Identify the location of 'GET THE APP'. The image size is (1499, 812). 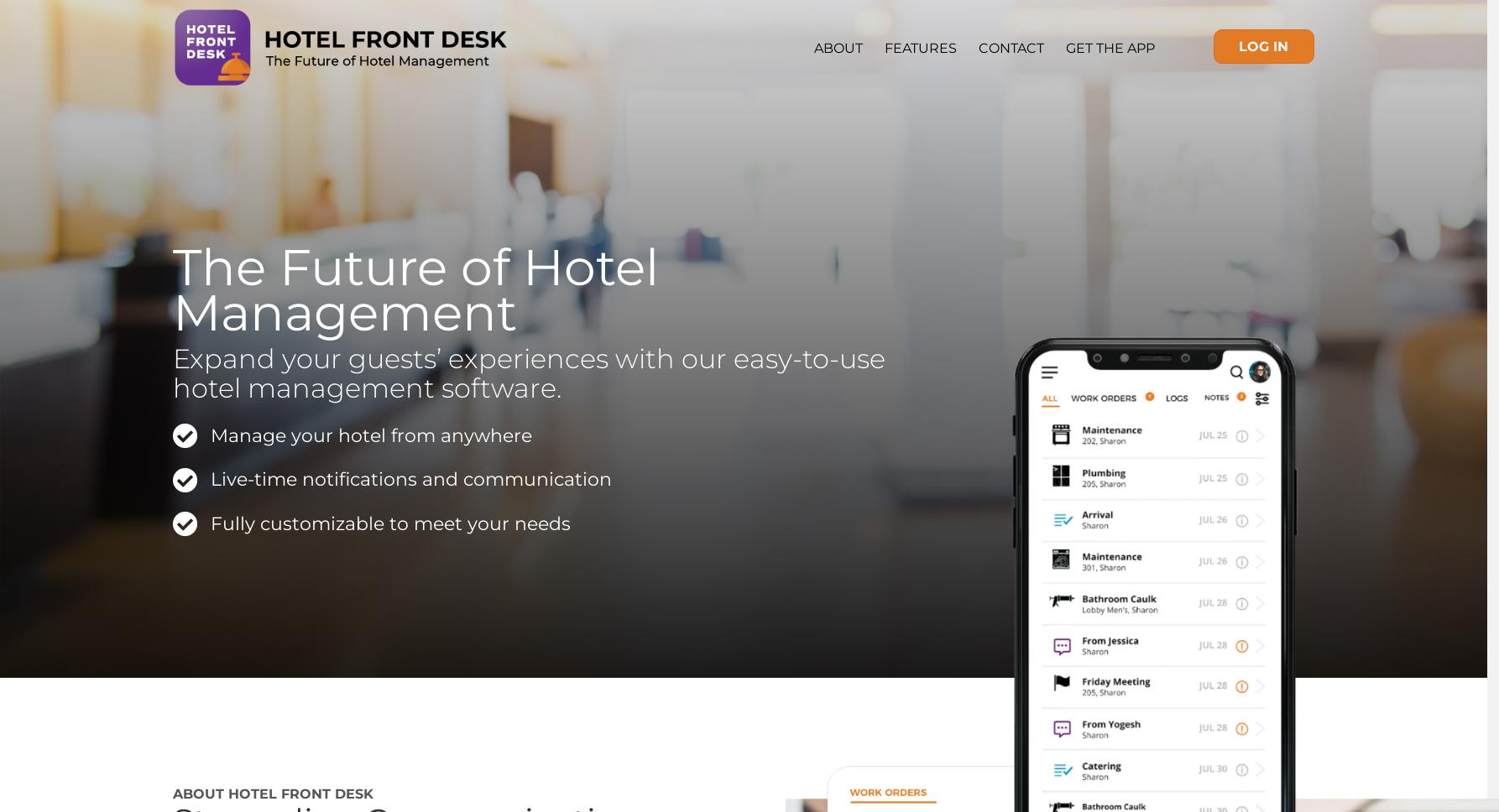
(1109, 47).